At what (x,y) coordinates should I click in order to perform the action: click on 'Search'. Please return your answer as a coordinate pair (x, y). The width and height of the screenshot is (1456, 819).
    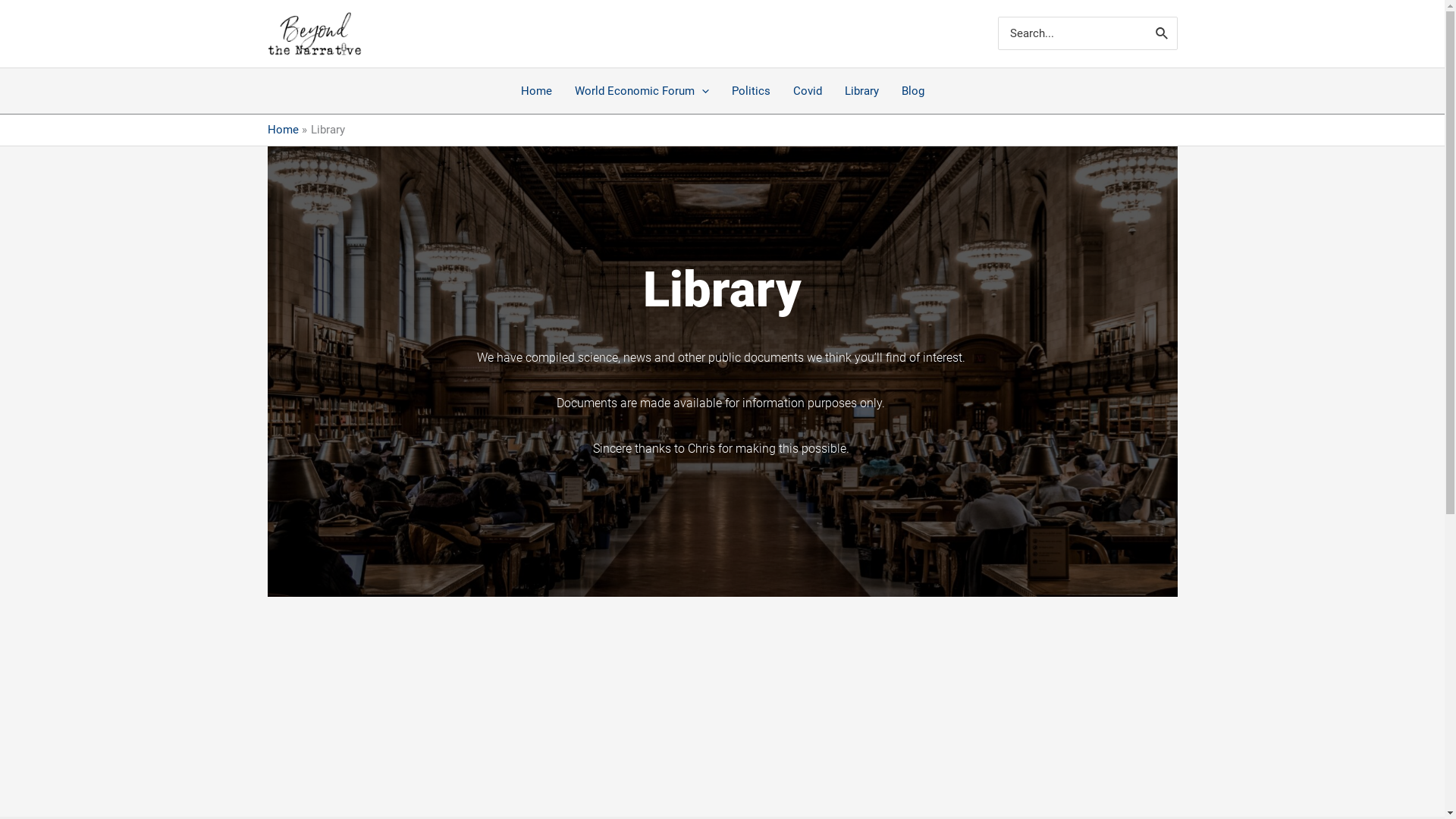
    Looking at the image, I should click on (1161, 33).